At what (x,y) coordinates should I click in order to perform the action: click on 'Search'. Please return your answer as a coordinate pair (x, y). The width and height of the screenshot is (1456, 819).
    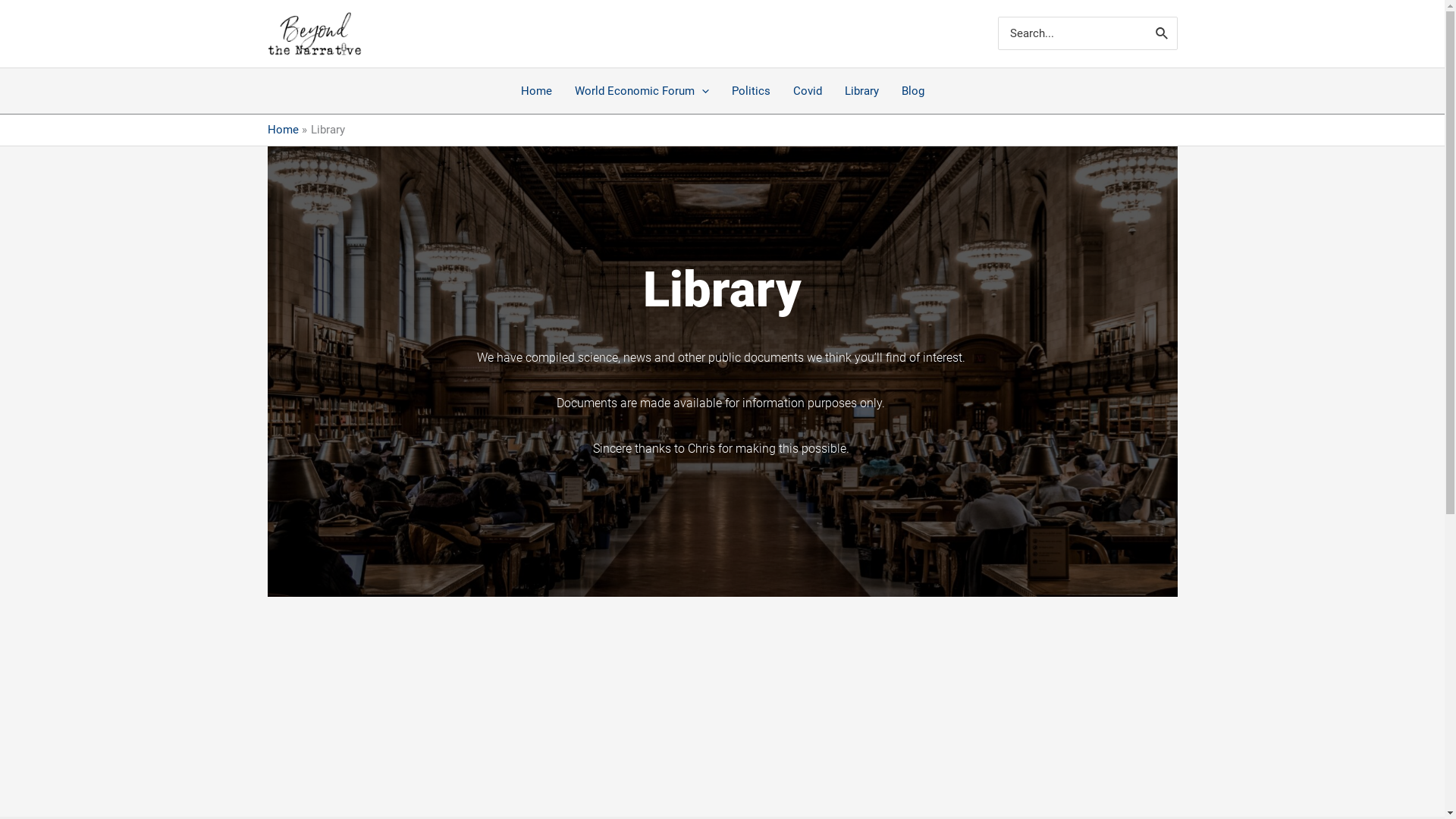
    Looking at the image, I should click on (1161, 33).